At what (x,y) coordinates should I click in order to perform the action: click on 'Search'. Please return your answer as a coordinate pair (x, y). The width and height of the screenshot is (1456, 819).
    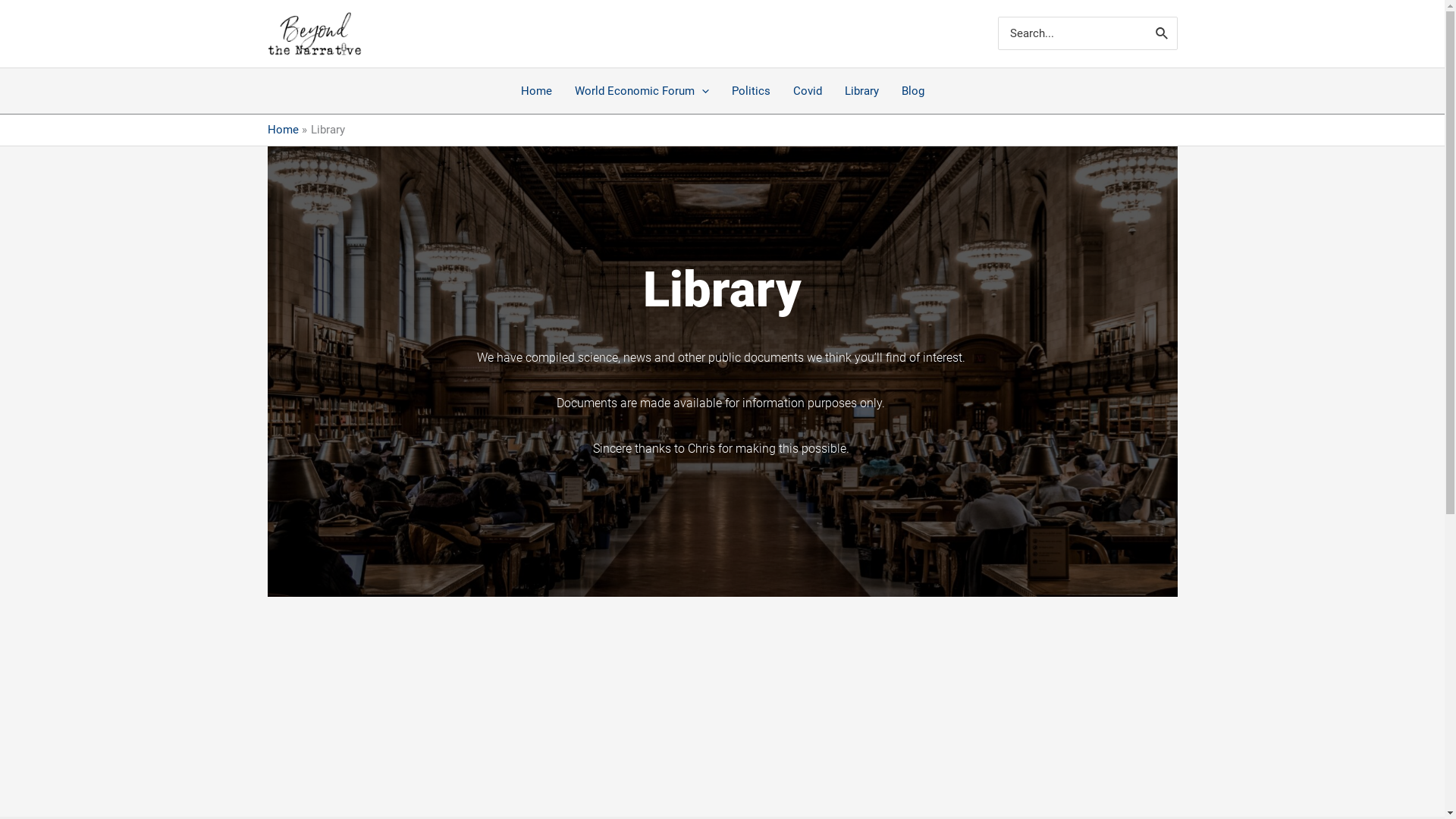
    Looking at the image, I should click on (1161, 33).